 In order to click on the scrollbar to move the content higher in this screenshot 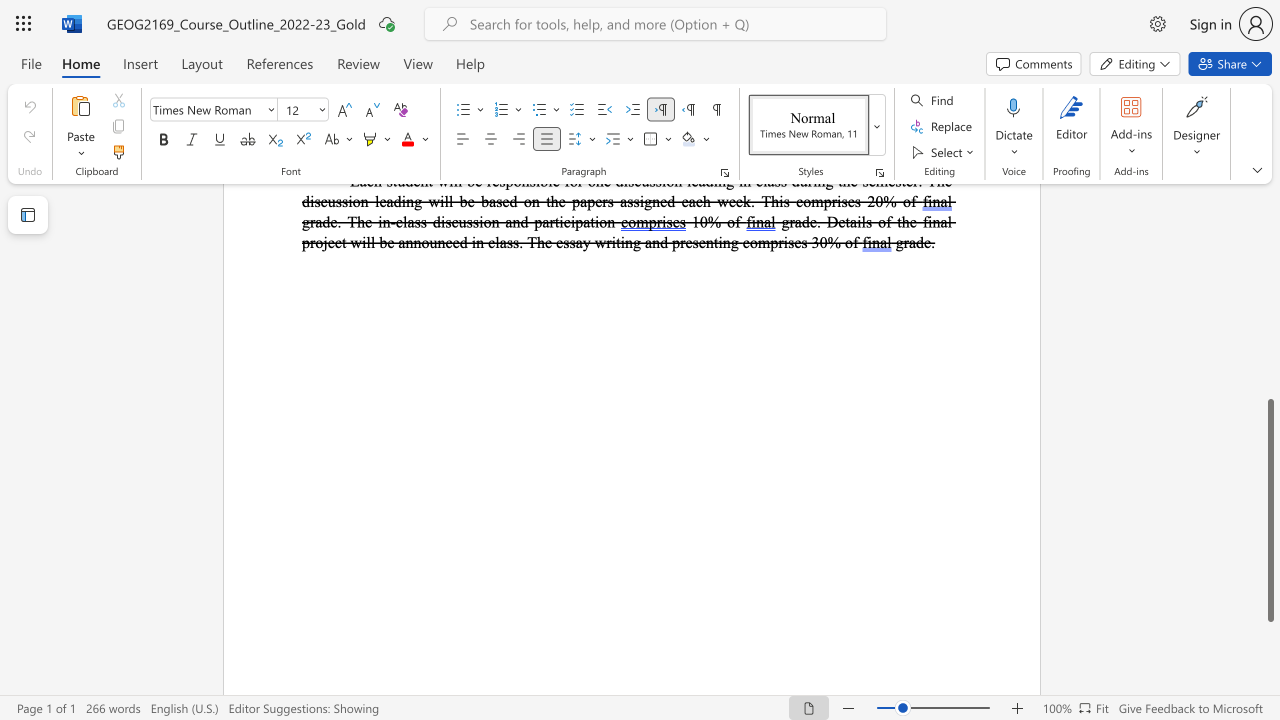, I will do `click(1269, 370)`.